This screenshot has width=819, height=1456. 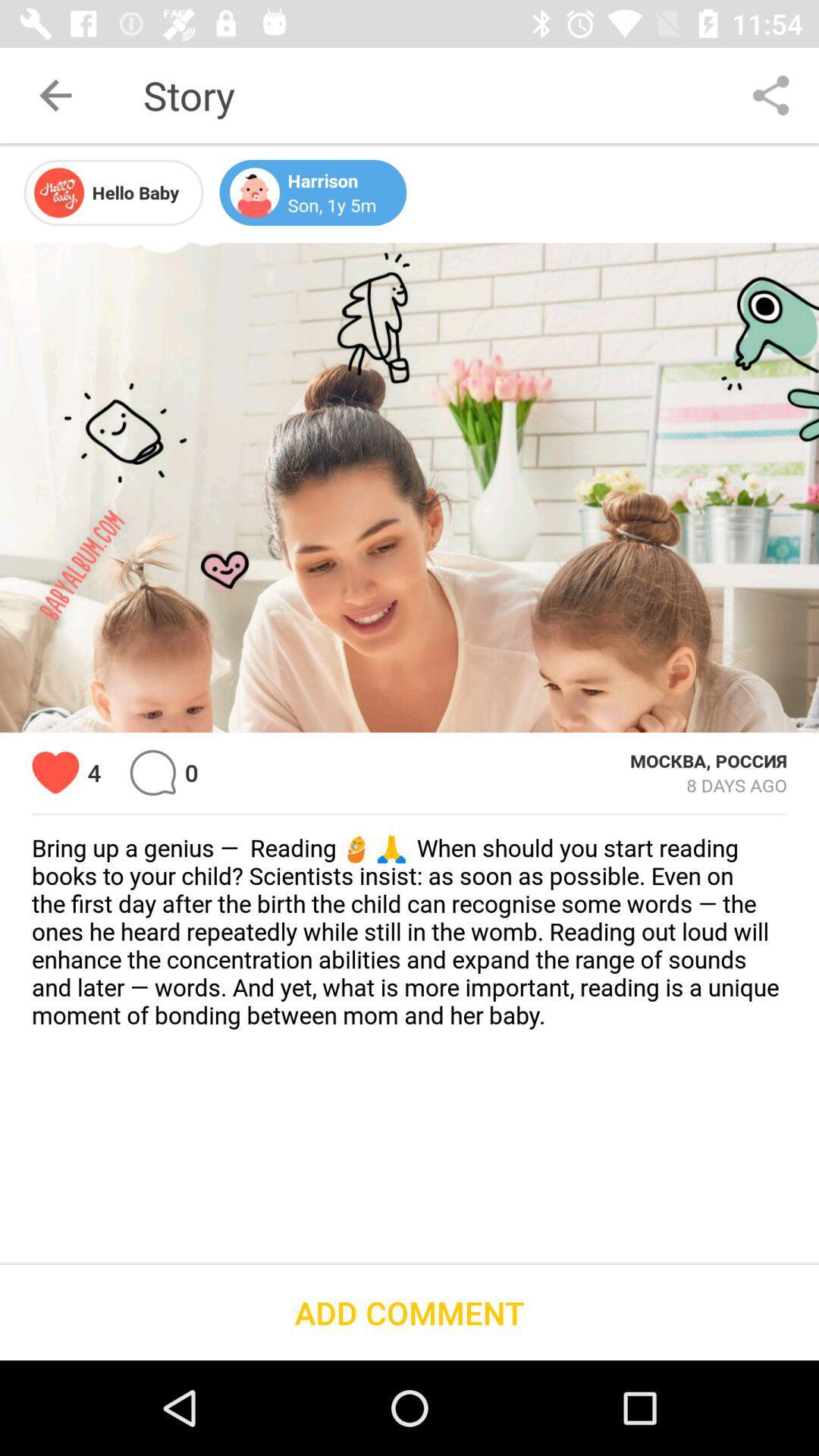 What do you see at coordinates (771, 94) in the screenshot?
I see `the item to the right of story icon` at bounding box center [771, 94].